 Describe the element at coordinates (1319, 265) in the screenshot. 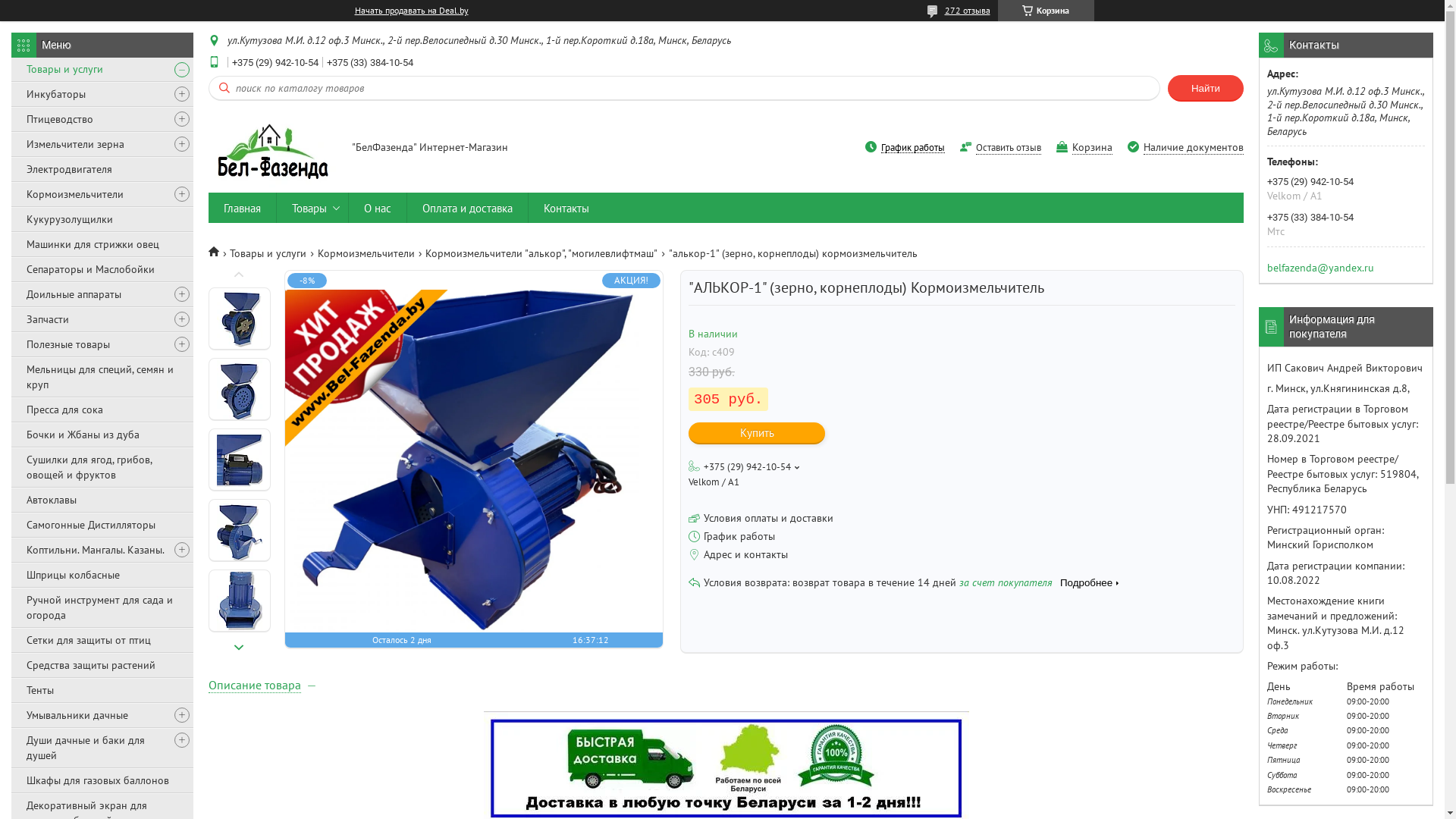

I see `'belfazenda@yandex.ru'` at that location.